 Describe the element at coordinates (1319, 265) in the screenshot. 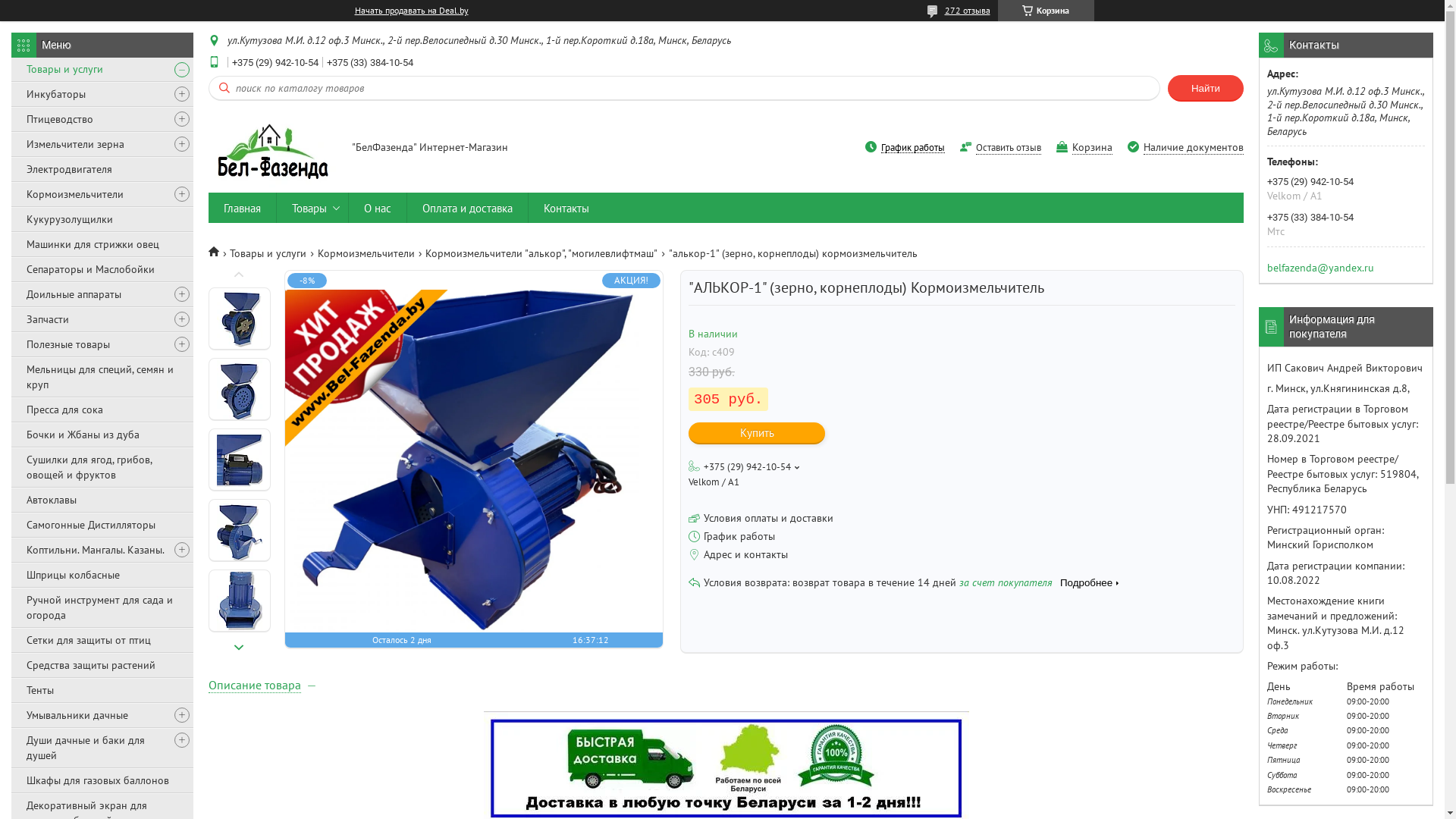

I see `'belfazenda@yandex.ru'` at that location.